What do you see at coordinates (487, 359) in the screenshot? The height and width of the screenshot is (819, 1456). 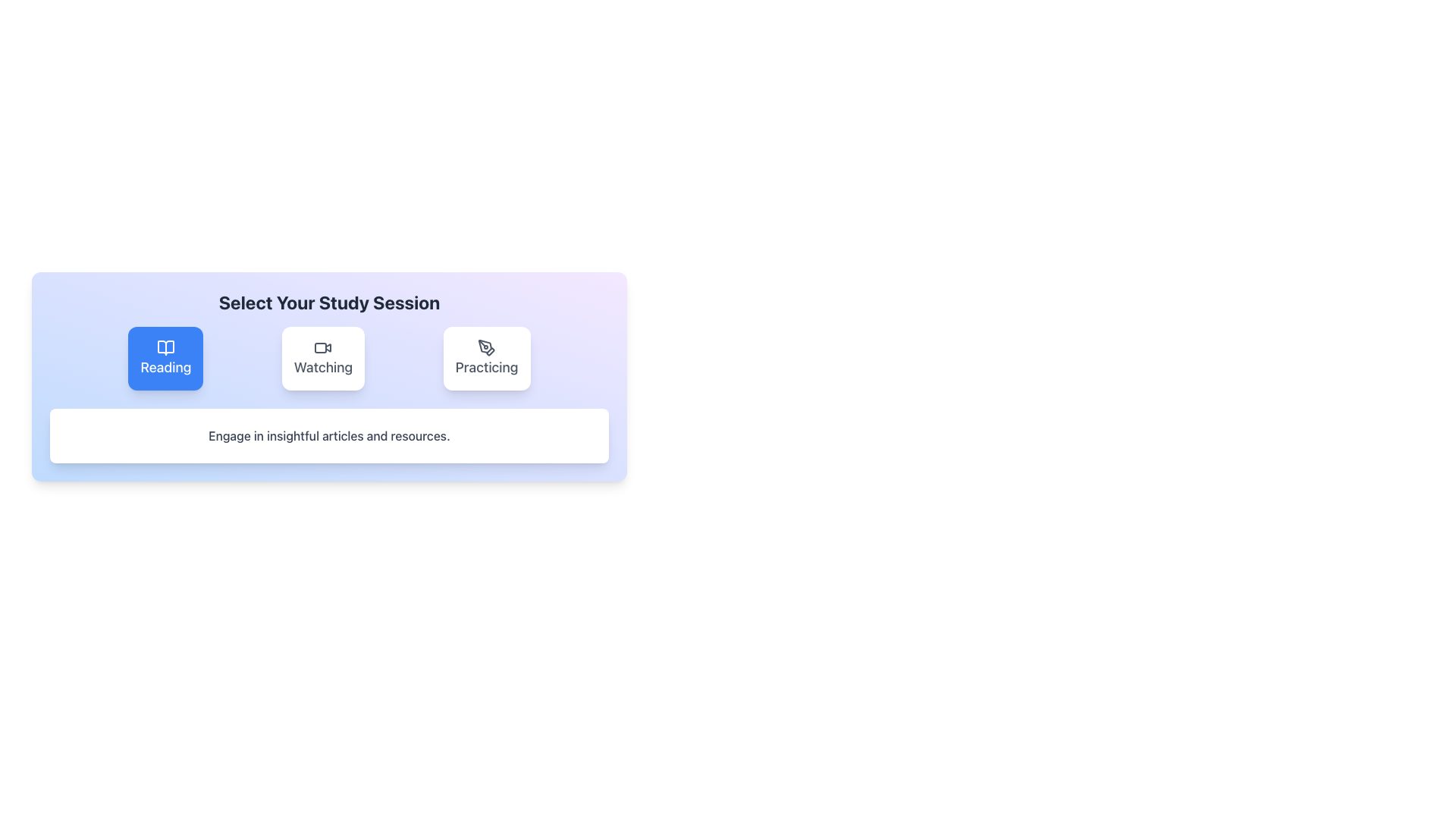 I see `the 'Practicing' button, which is a rectangular button with a white background and a pen tool icon above the label 'Practicing'` at bounding box center [487, 359].